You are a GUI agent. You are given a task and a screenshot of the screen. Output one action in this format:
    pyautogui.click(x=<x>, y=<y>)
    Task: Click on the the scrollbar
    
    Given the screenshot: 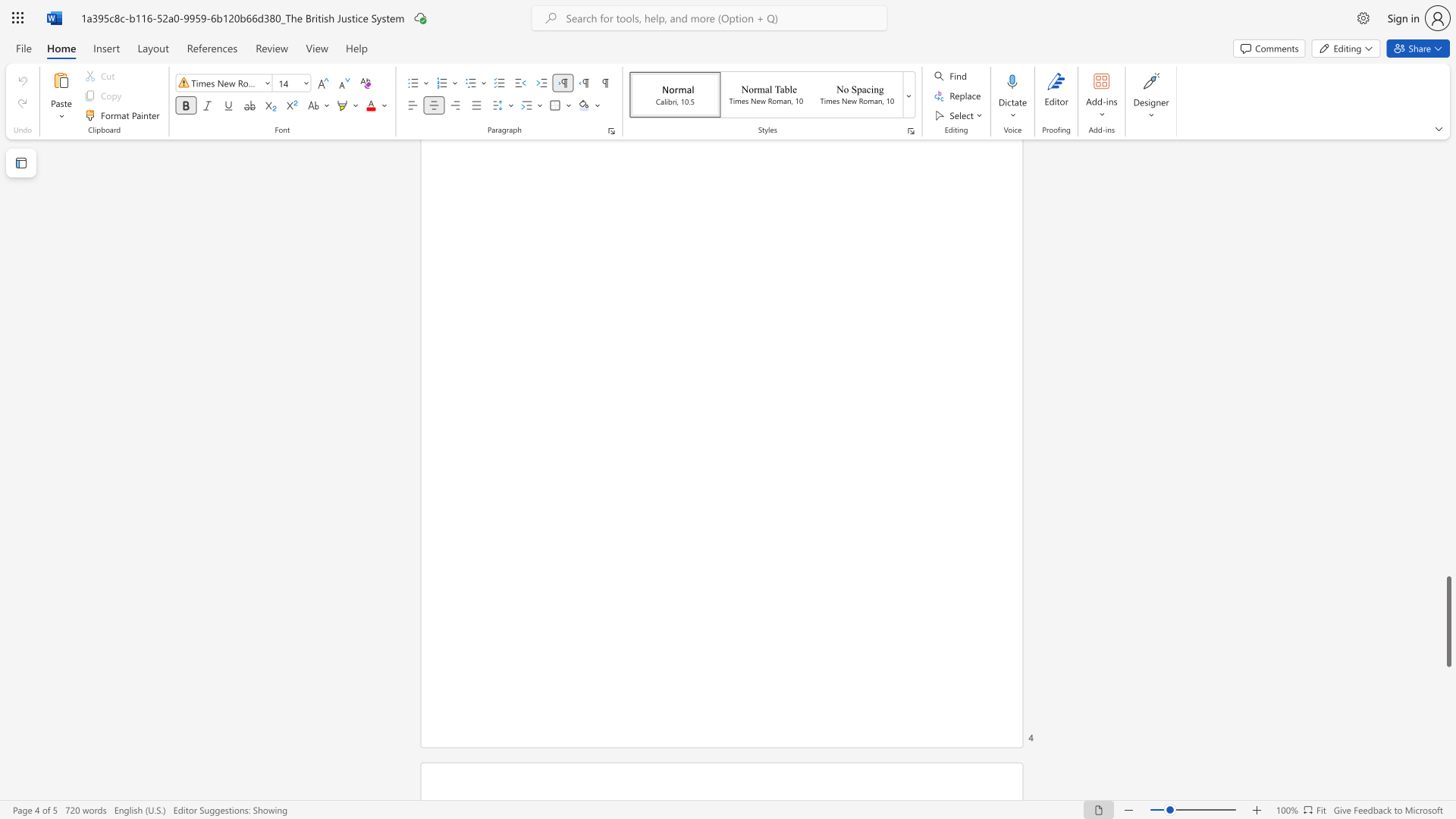 What is the action you would take?
    pyautogui.click(x=1448, y=212)
    